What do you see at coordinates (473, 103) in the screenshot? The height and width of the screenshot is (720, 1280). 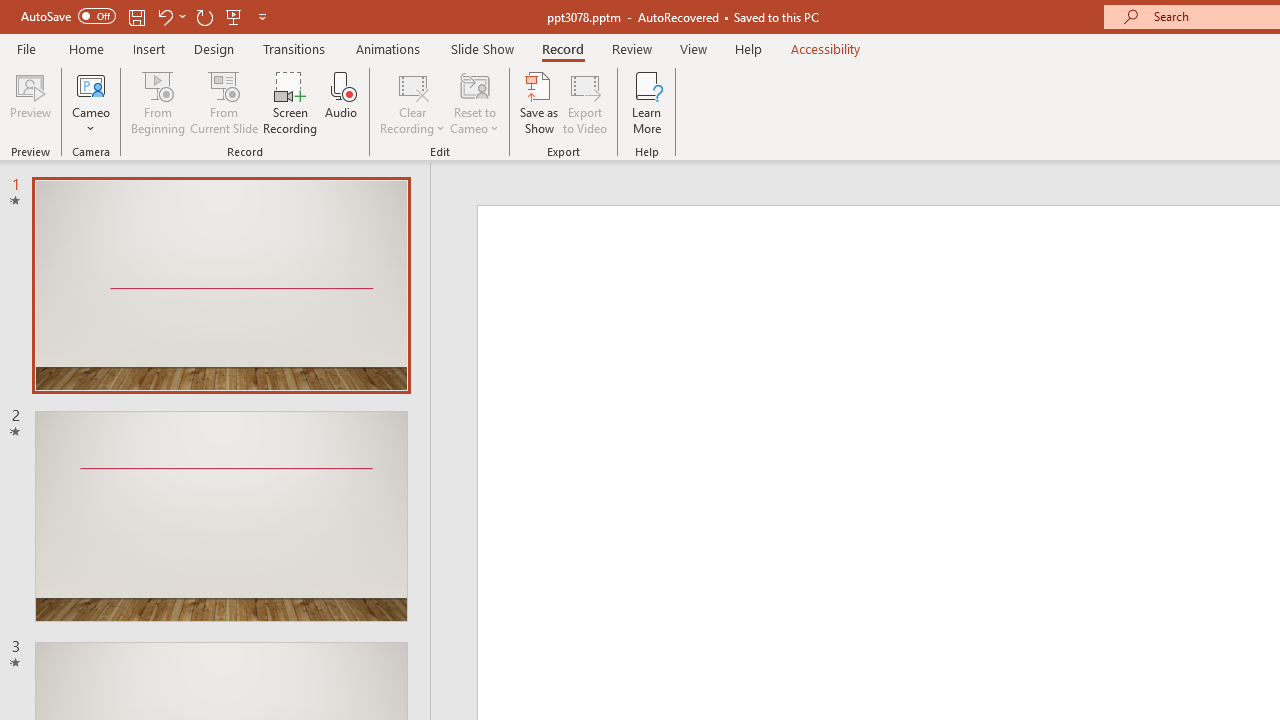 I see `'Reset to Cameo'` at bounding box center [473, 103].